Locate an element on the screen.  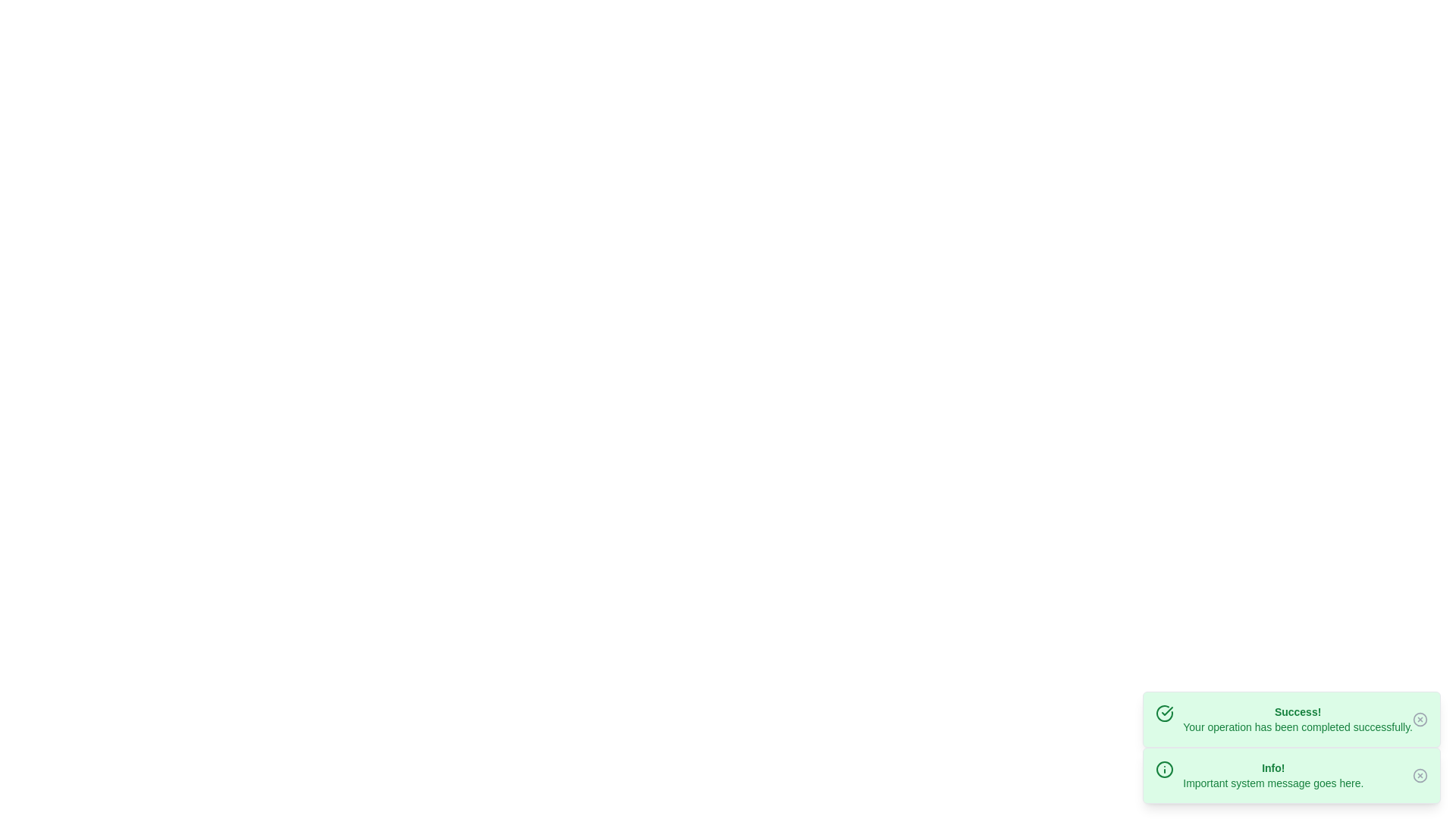
close button of the notification to dismiss it is located at coordinates (1419, 718).